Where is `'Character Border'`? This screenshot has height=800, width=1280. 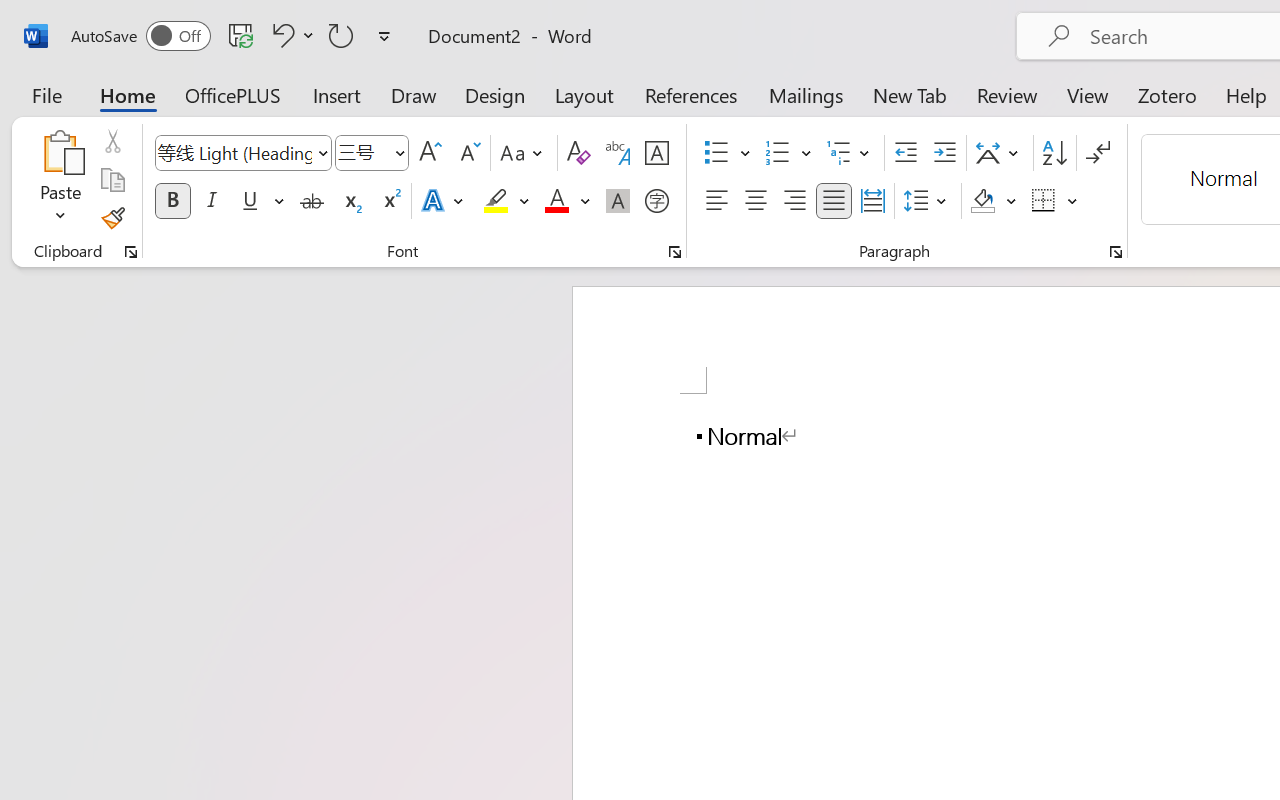
'Character Border' is located at coordinates (656, 153).